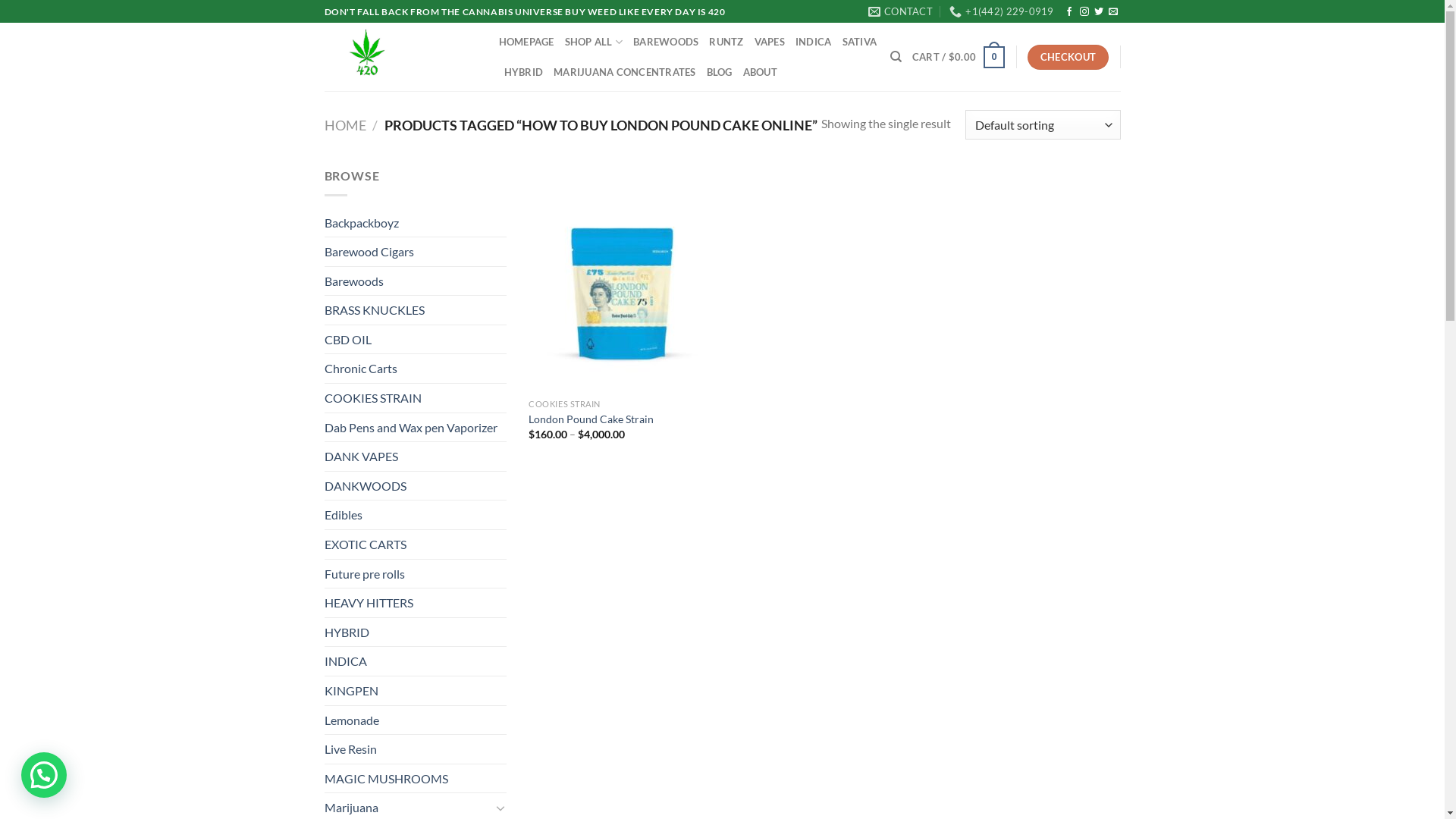  Describe the element at coordinates (769, 40) in the screenshot. I see `'VAPES'` at that location.